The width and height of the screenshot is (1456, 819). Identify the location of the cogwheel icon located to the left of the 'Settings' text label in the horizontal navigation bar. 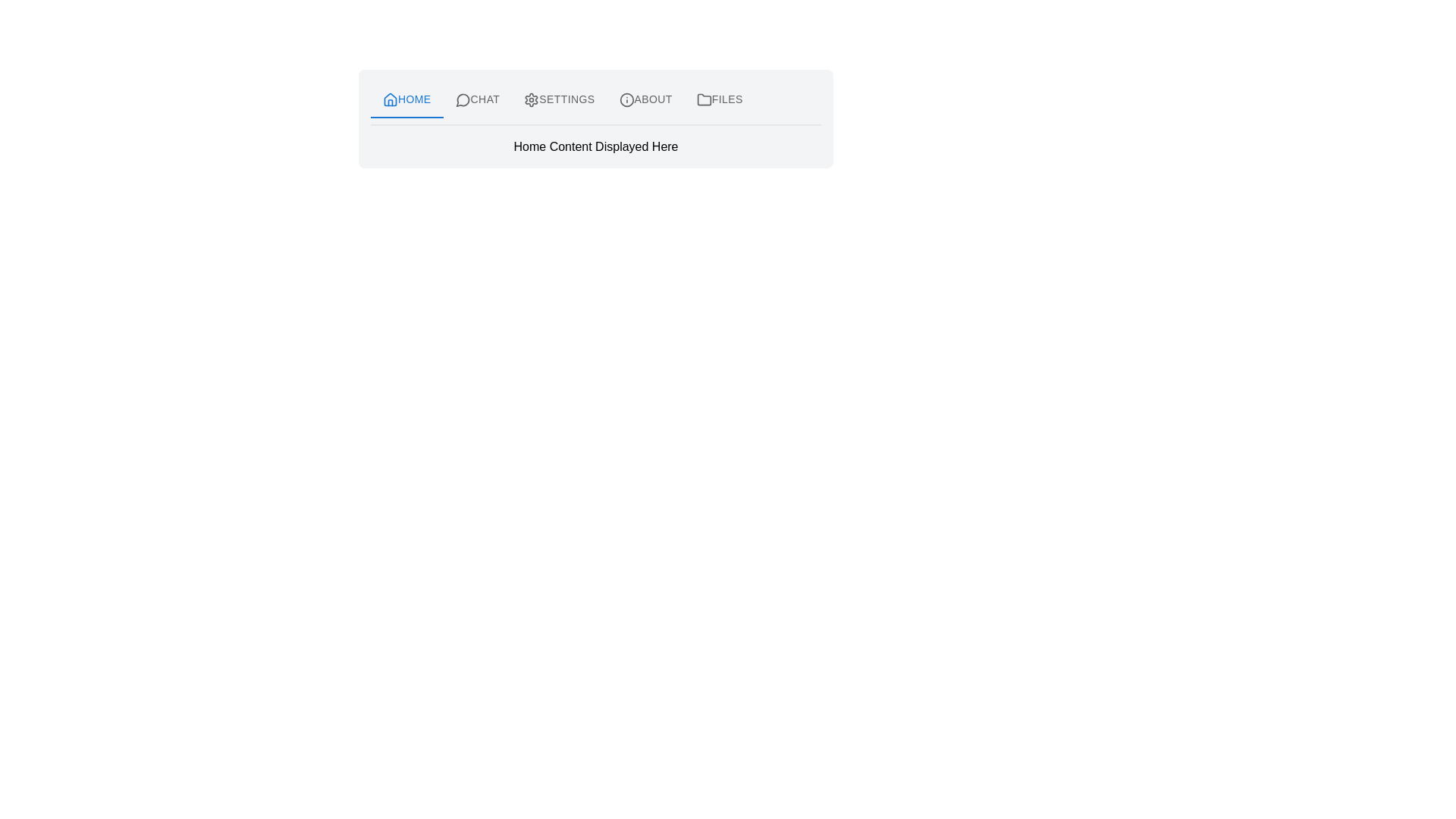
(532, 99).